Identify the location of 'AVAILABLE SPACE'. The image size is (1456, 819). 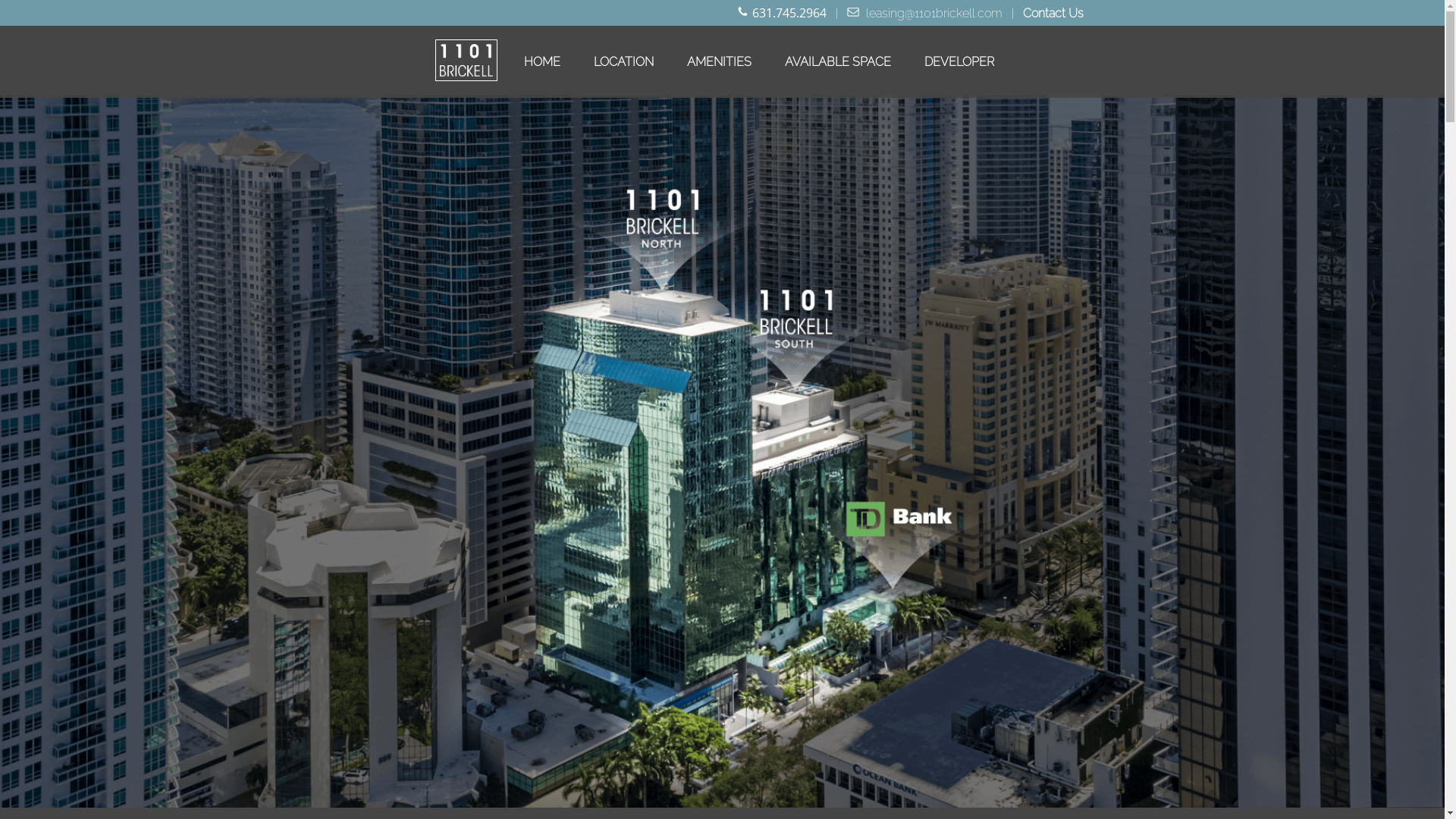
(836, 61).